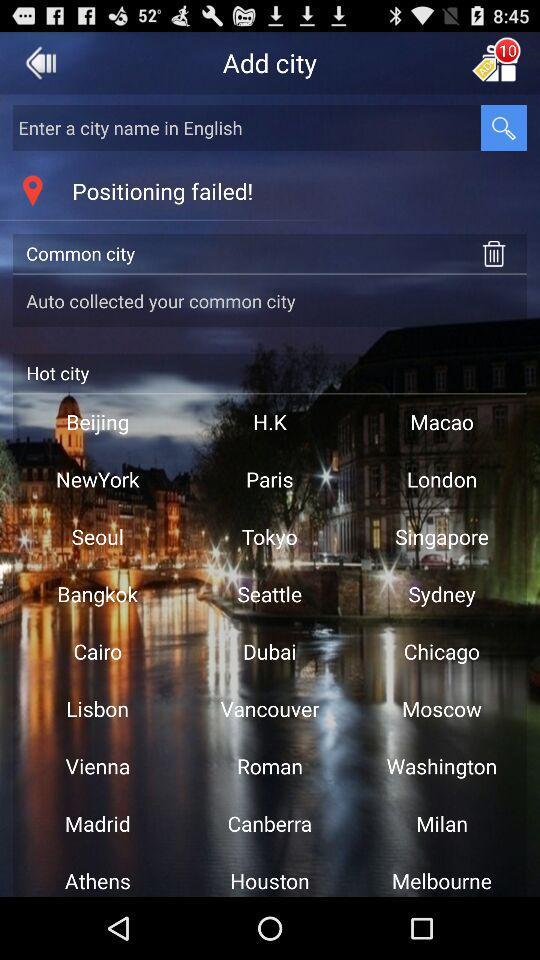 This screenshot has height=960, width=540. Describe the element at coordinates (41, 67) in the screenshot. I see `the av_rewind icon` at that location.